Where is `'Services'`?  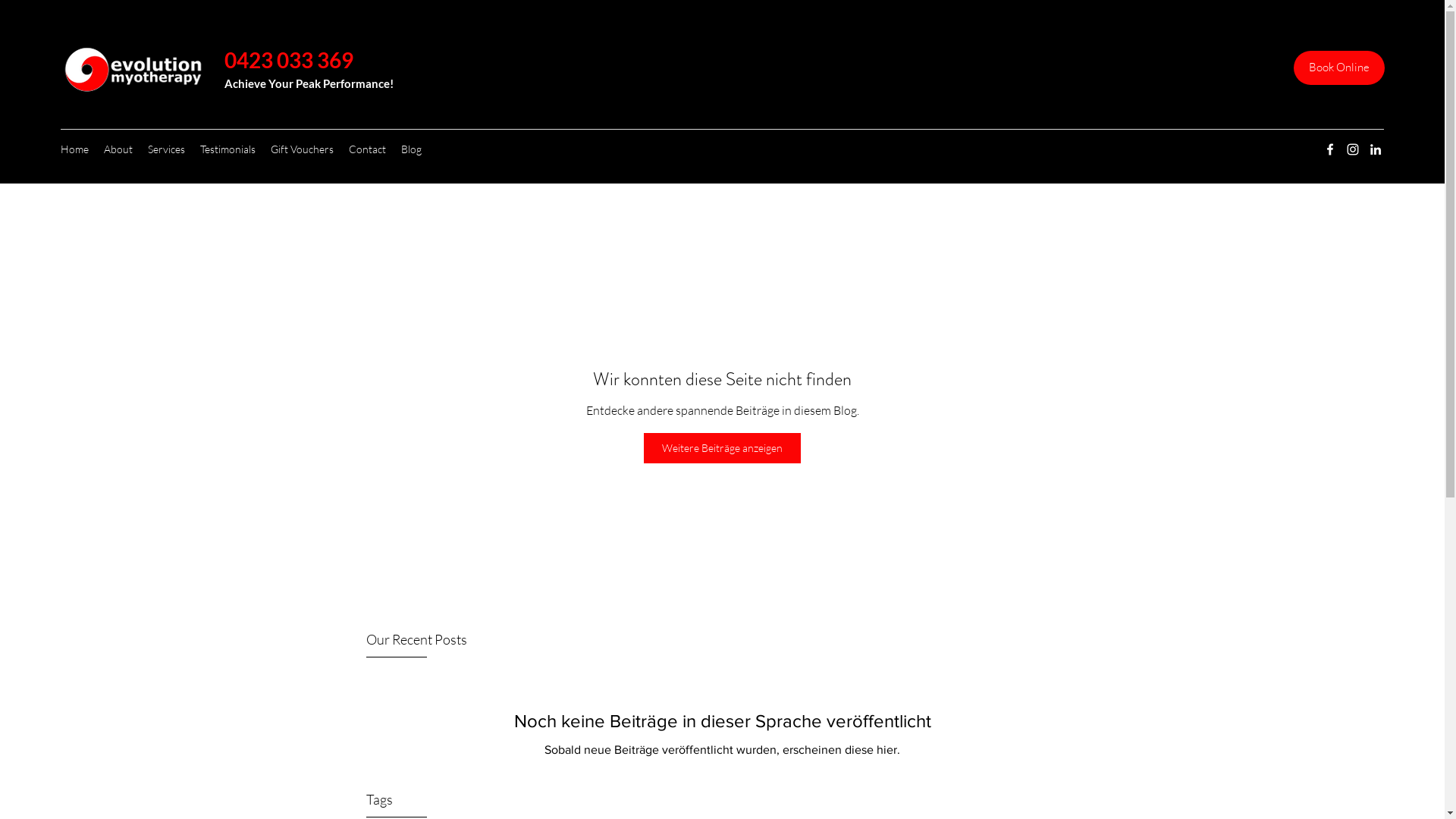
'Services' is located at coordinates (166, 149).